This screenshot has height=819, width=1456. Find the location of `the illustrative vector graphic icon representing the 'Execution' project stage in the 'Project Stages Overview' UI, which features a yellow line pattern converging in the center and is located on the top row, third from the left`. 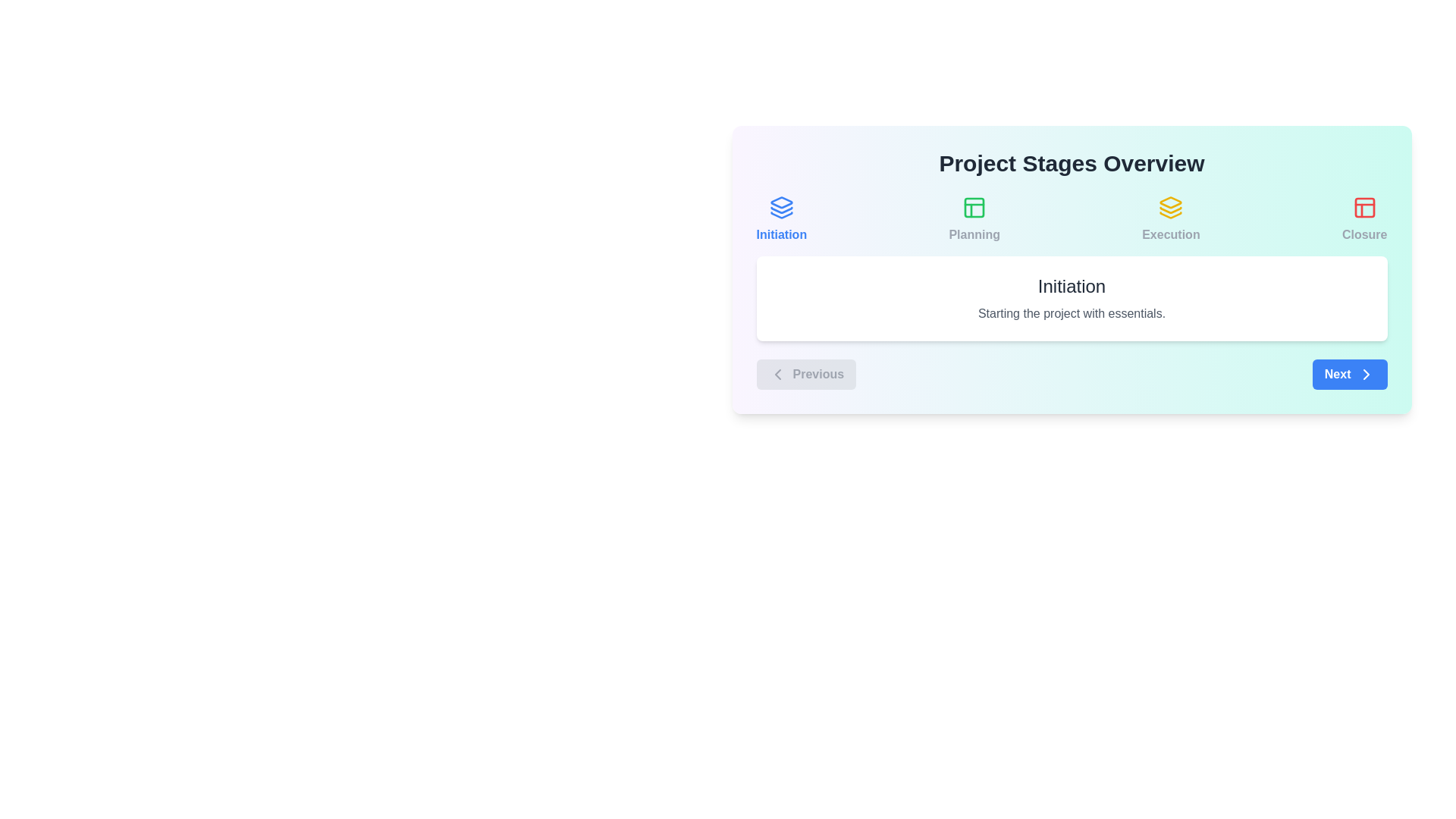

the illustrative vector graphic icon representing the 'Execution' project stage in the 'Project Stages Overview' UI, which features a yellow line pattern converging in the center and is located on the top row, third from the left is located at coordinates (1170, 215).